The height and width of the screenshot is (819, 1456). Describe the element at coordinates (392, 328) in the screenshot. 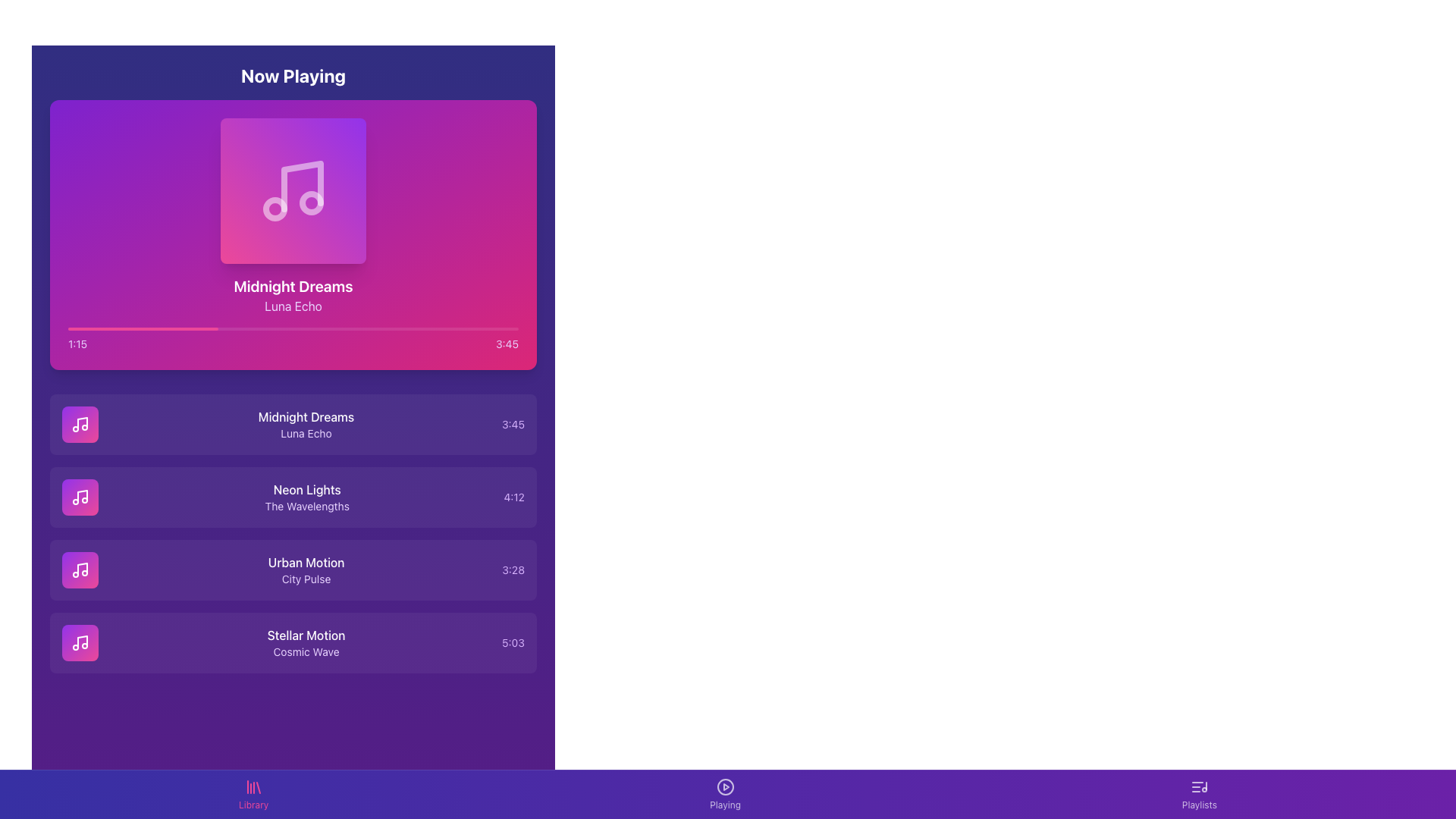

I see `the slider` at that location.